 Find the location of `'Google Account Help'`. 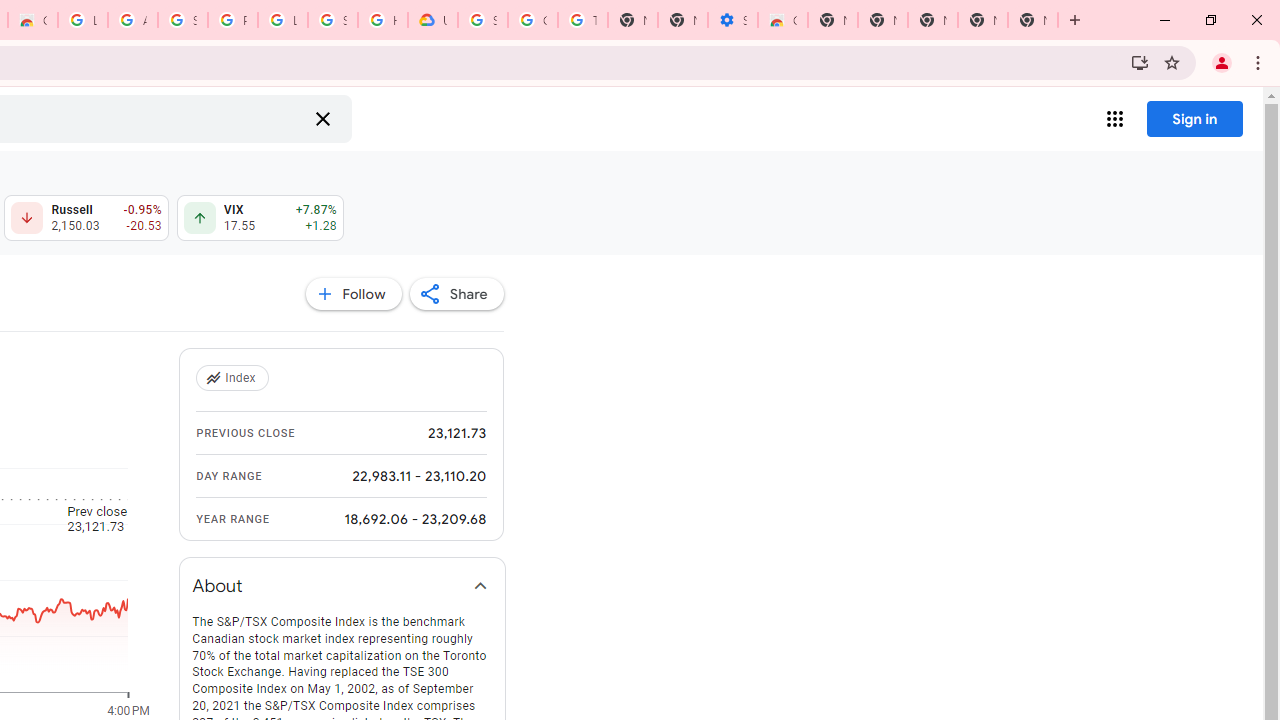

'Google Account Help' is located at coordinates (533, 20).